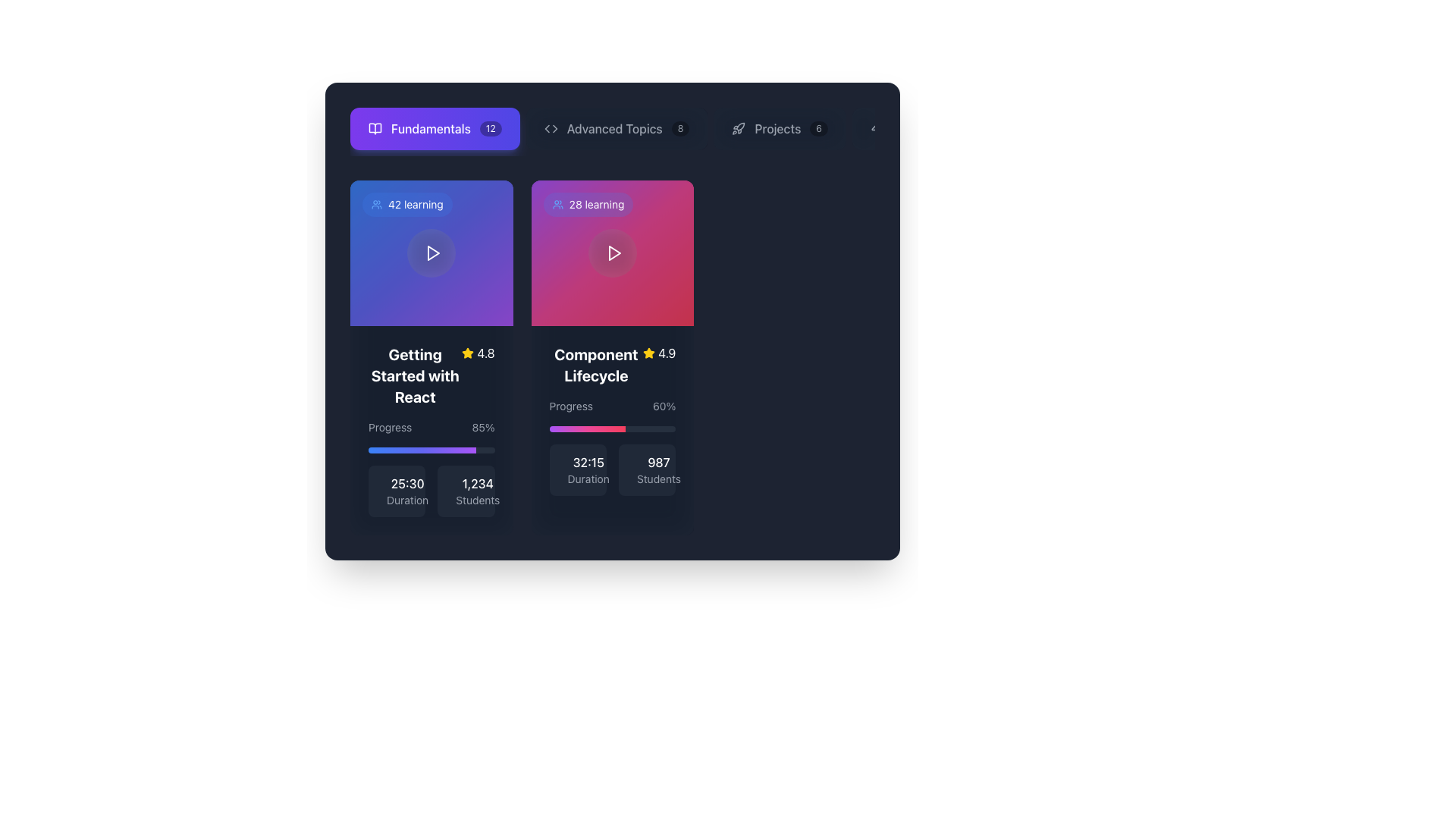 The image size is (1456, 819). What do you see at coordinates (375, 127) in the screenshot?
I see `the open book icon` at bounding box center [375, 127].